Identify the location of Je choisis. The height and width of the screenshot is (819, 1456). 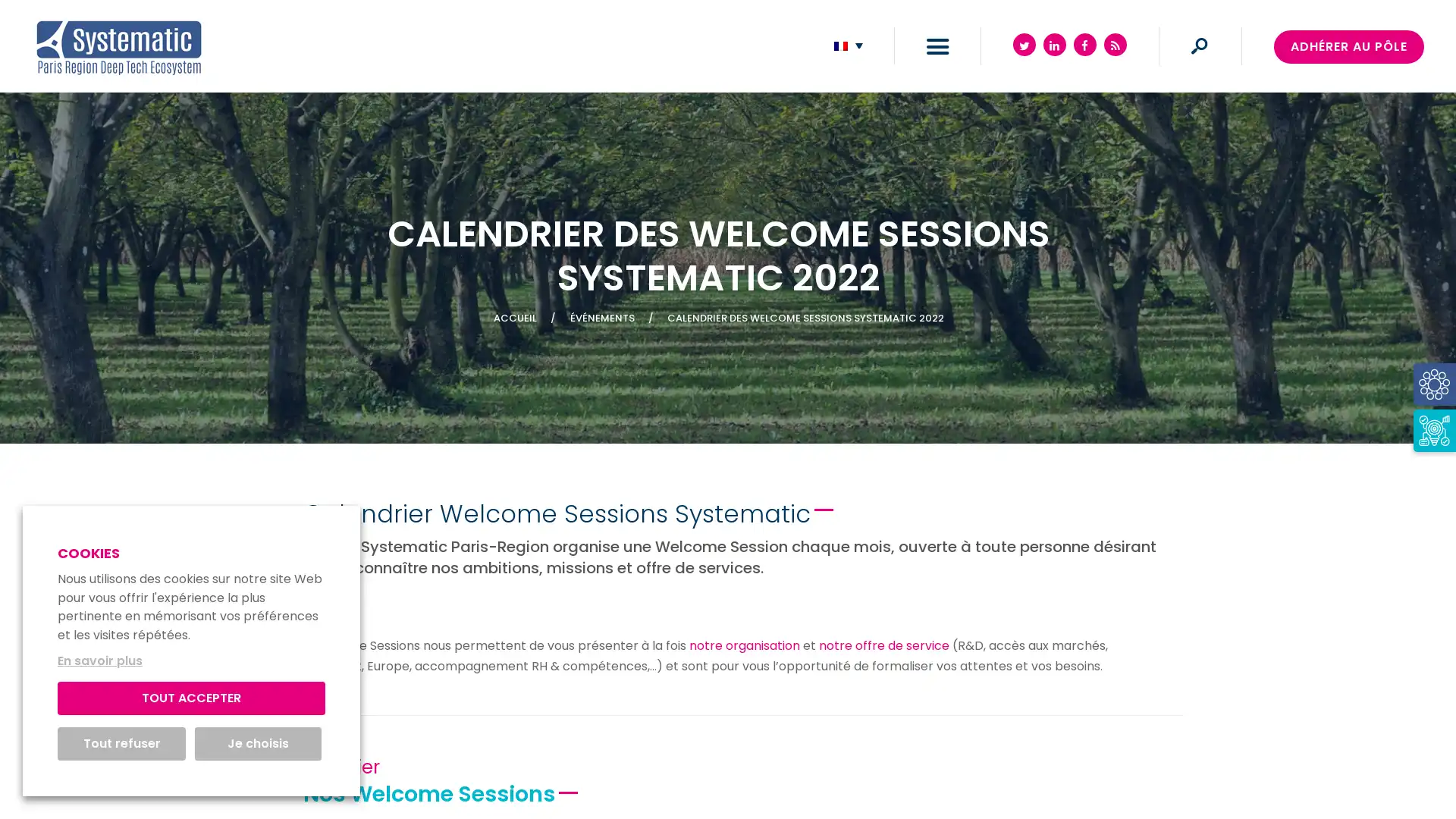
(258, 742).